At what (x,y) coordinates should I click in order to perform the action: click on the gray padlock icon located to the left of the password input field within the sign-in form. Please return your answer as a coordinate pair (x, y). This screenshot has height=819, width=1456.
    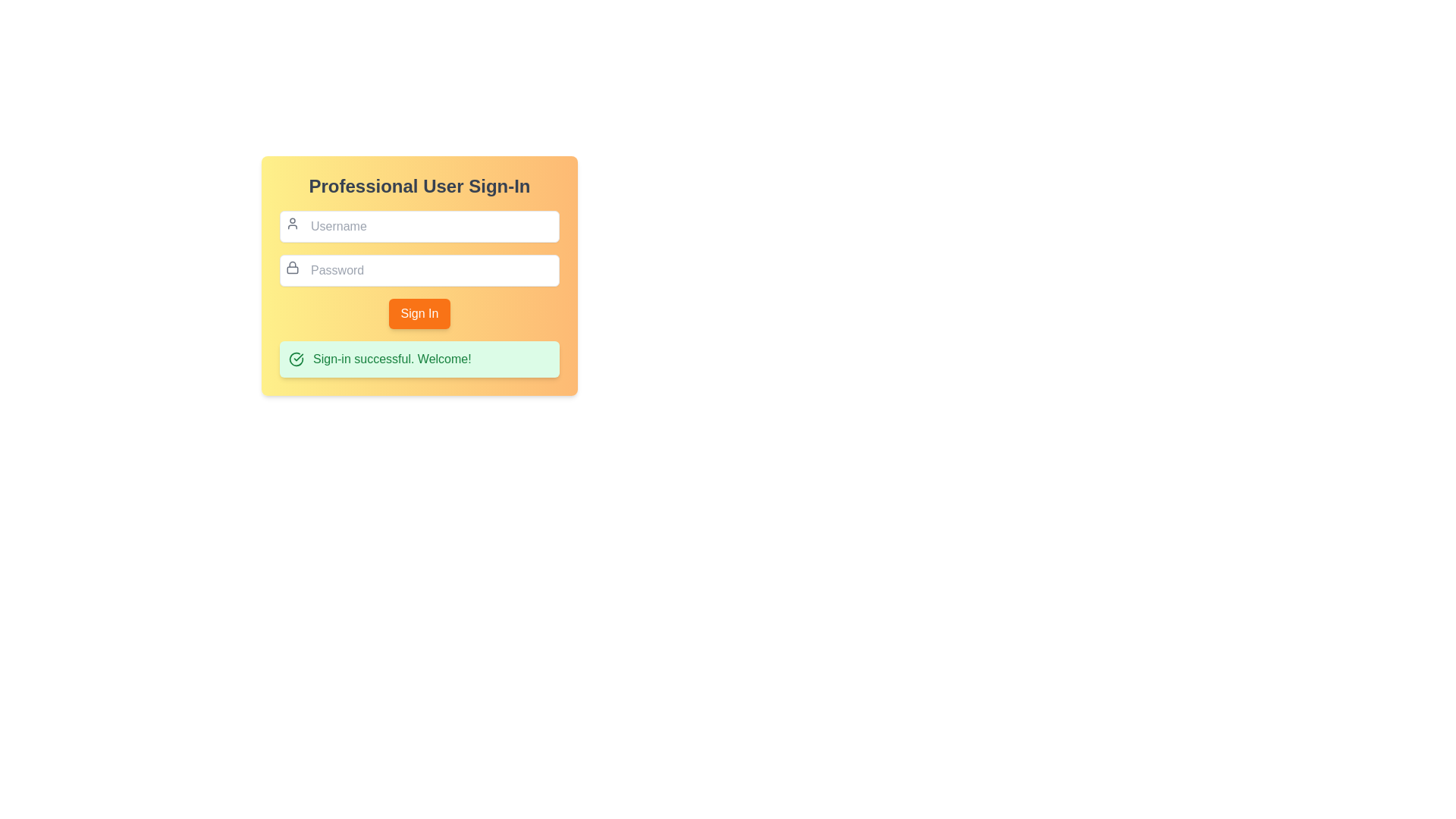
    Looking at the image, I should click on (292, 267).